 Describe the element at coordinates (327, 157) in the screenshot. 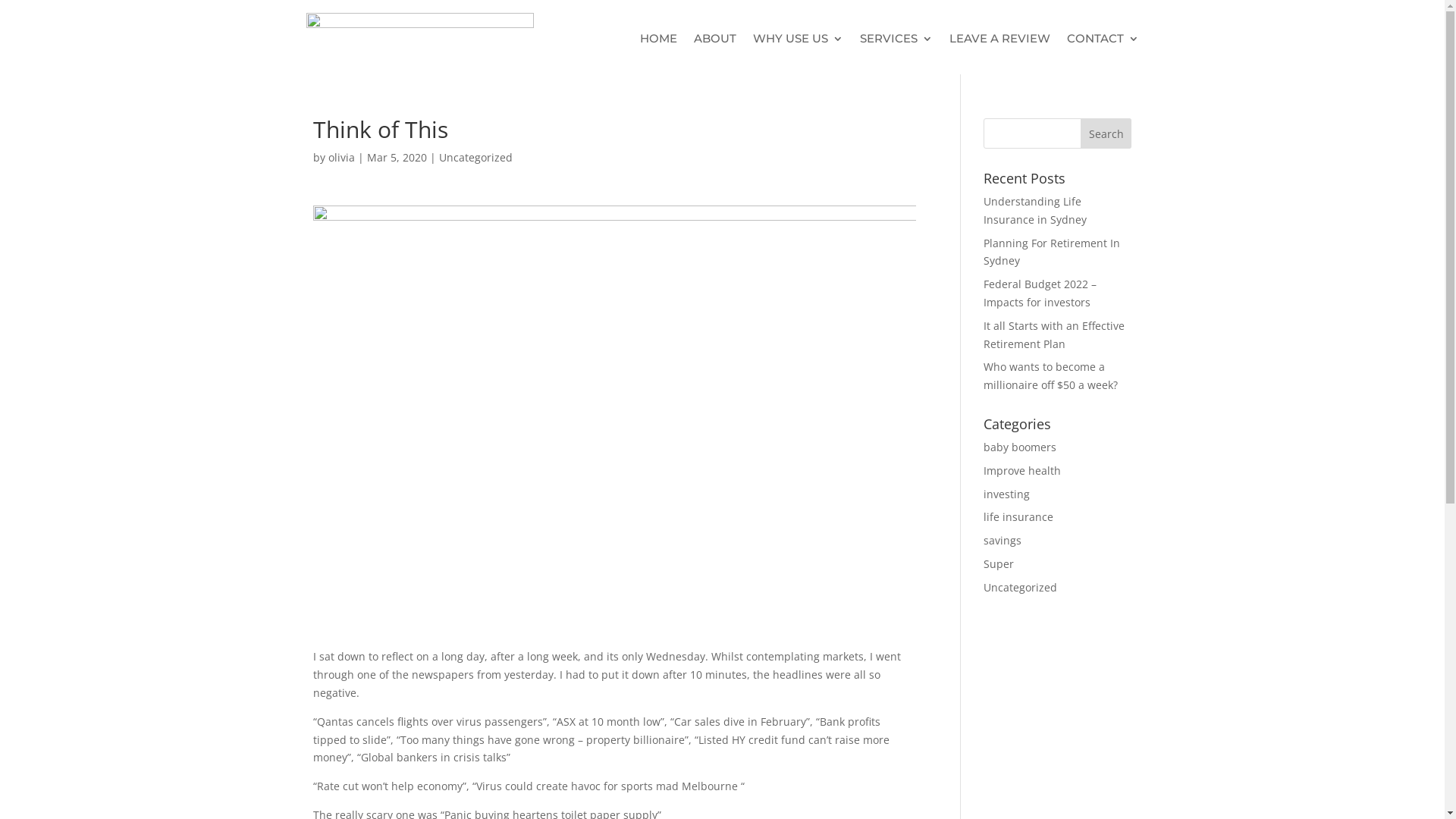

I see `'olivia'` at that location.